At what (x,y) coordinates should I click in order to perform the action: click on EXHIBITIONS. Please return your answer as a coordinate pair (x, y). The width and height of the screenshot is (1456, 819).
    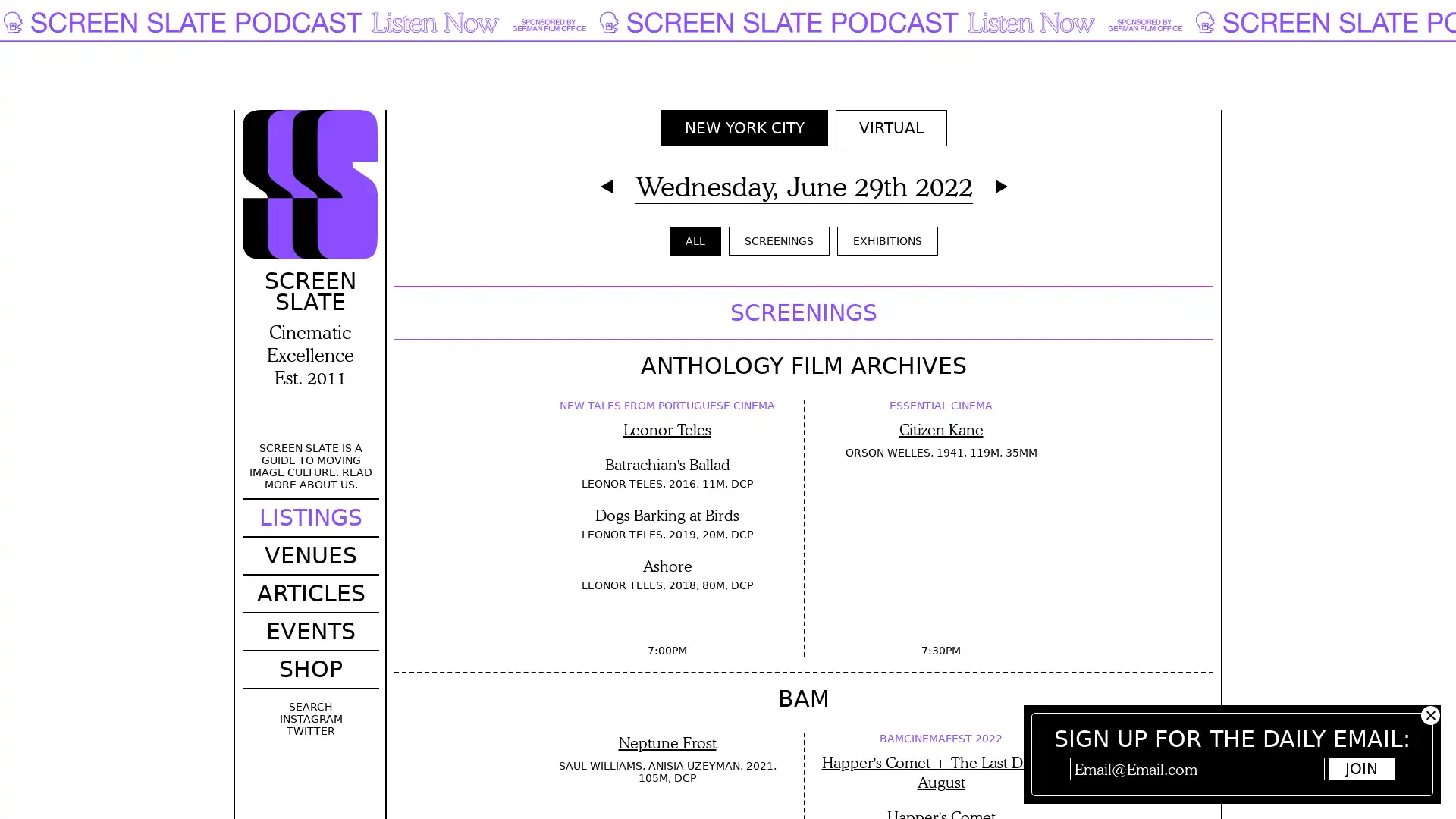
    Looking at the image, I should click on (887, 240).